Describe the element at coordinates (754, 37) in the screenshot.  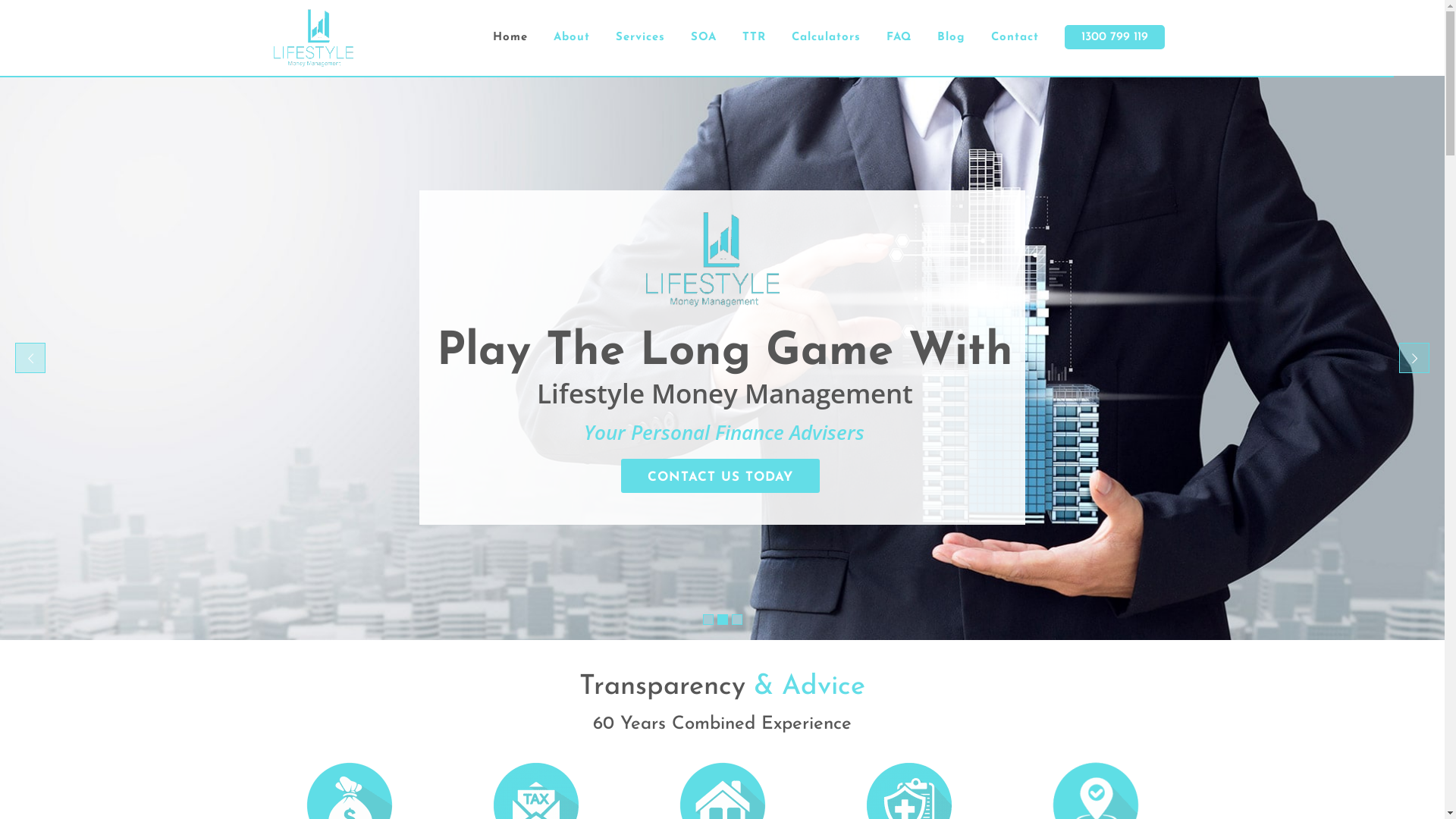
I see `'TTR'` at that location.